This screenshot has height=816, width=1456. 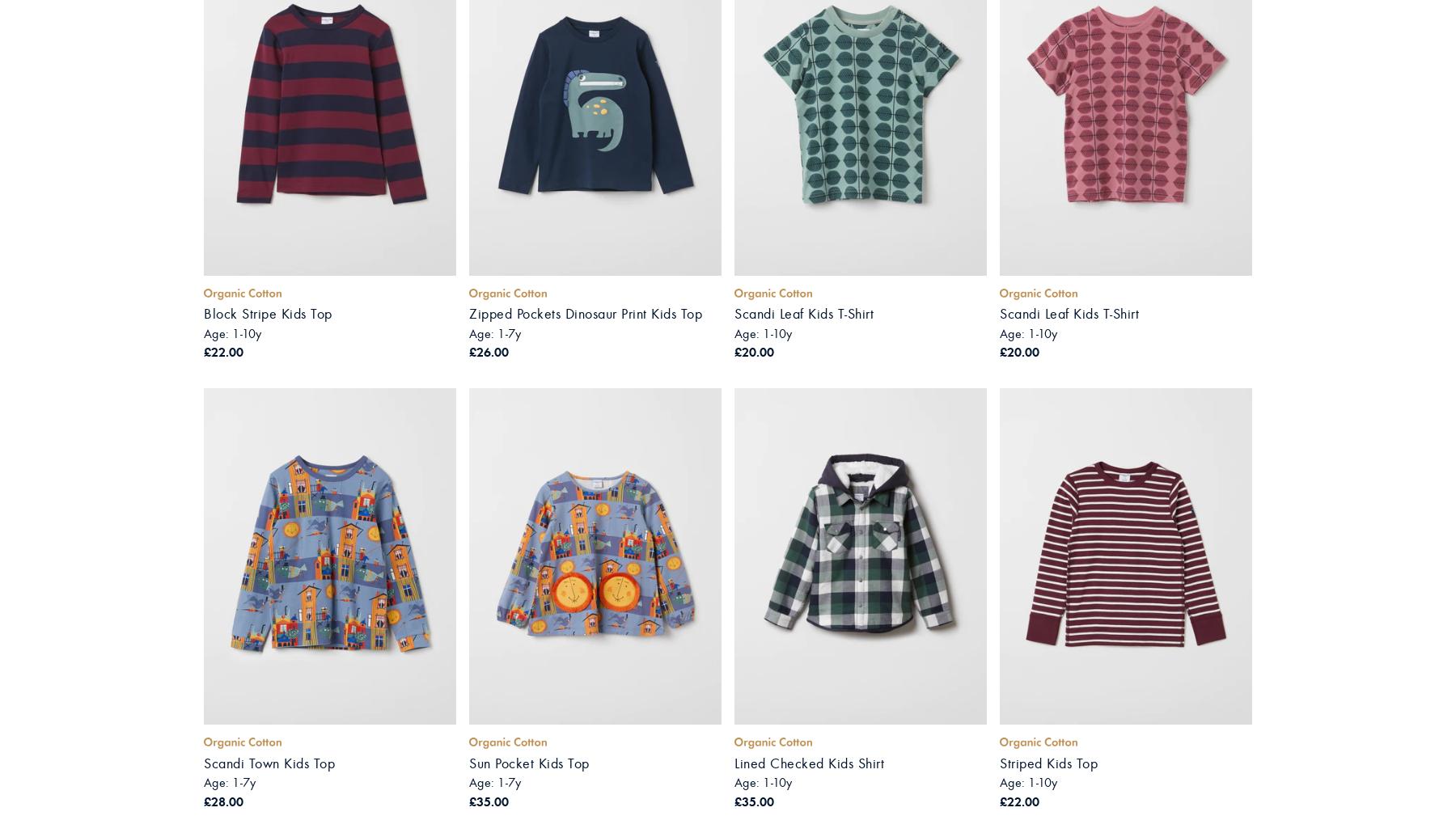 I want to click on 'Striped Kids Top', so click(x=1048, y=763).